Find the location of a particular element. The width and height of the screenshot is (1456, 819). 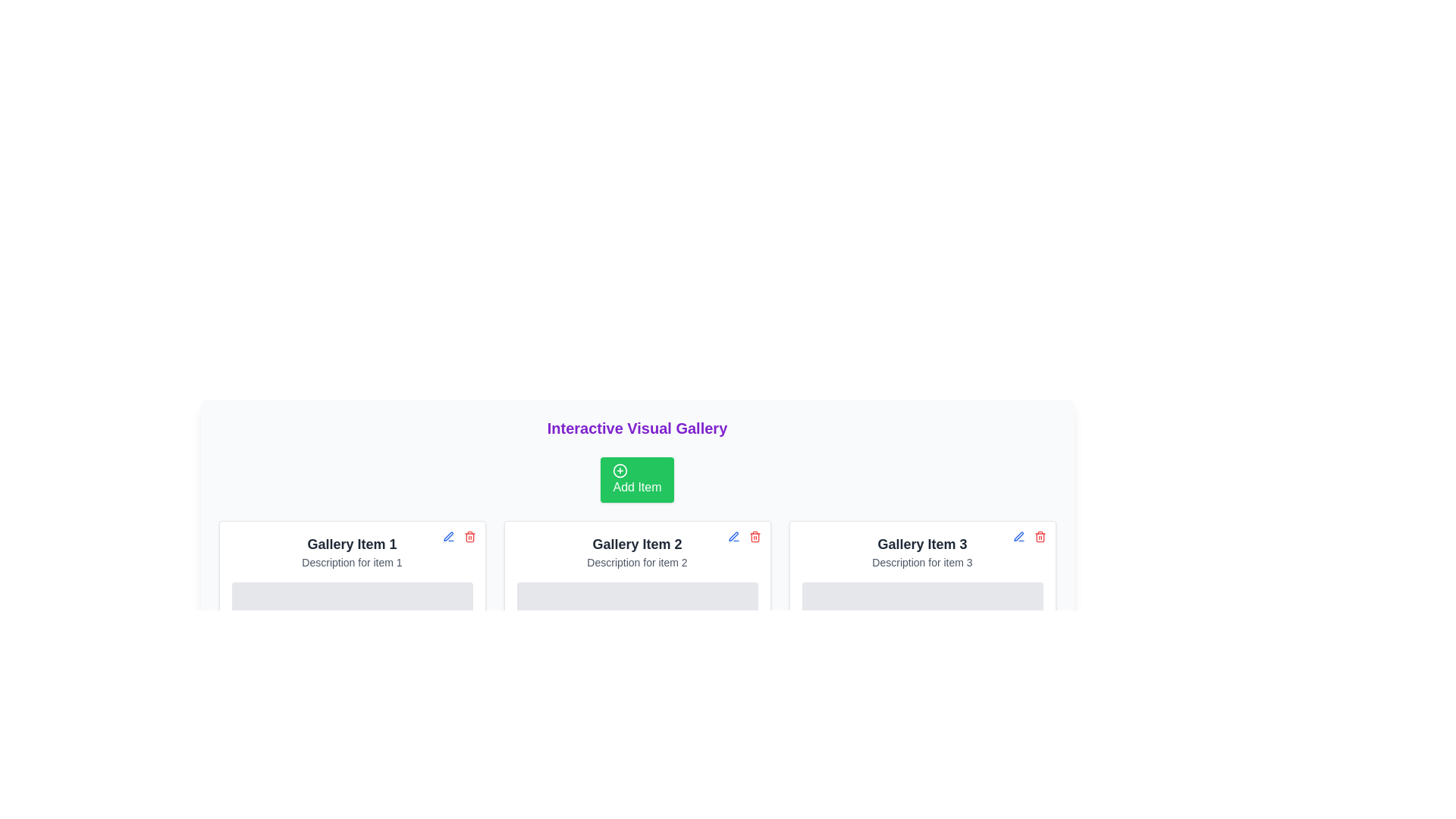

the label that displays 'Description for item 3', which is located below the heading 'Gallery Item 3' in the third card of a horizontal row is located at coordinates (921, 562).